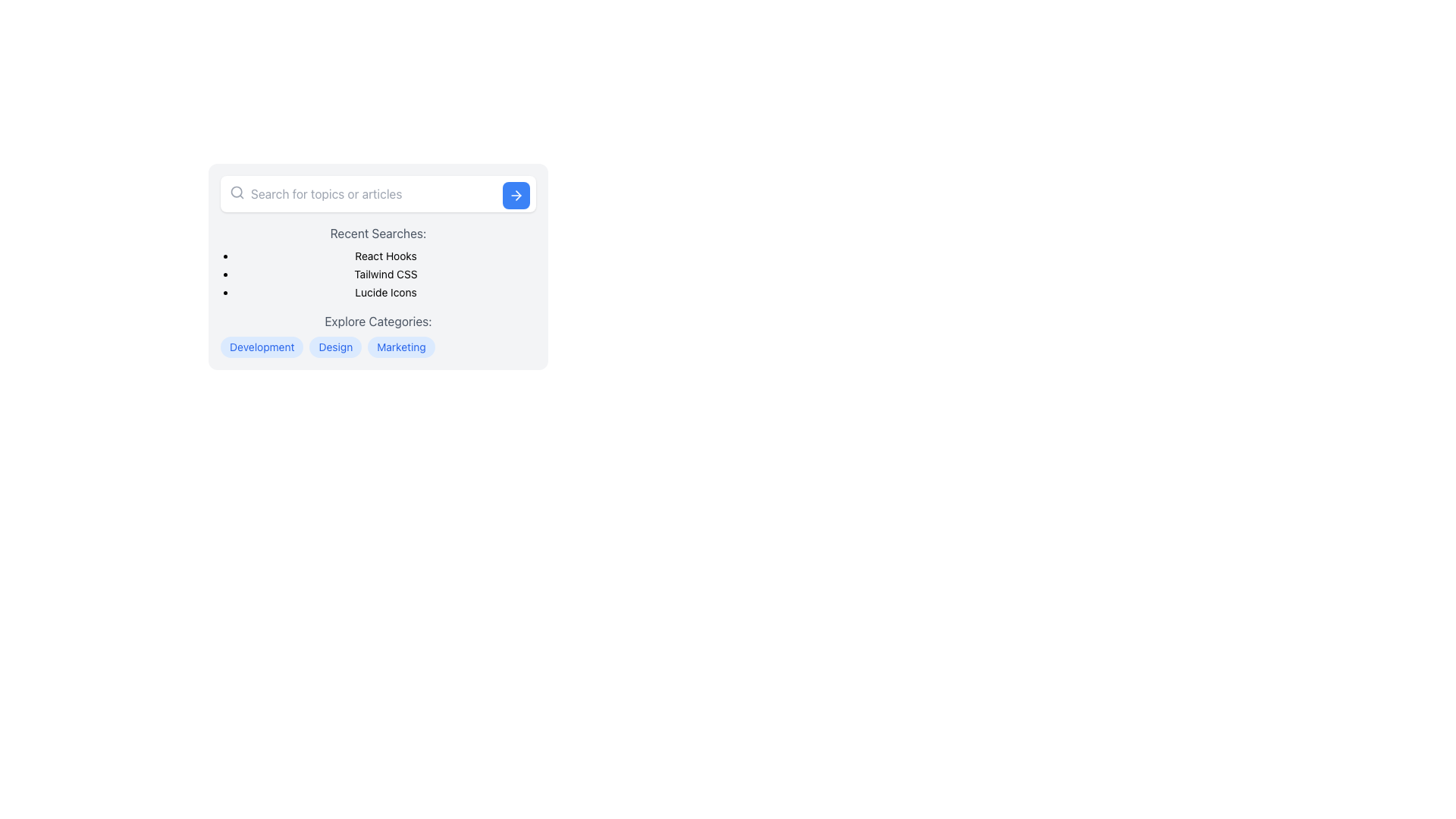 The image size is (1456, 819). Describe the element at coordinates (378, 321) in the screenshot. I see `the text label reading 'Explore Categories:' which is styled with a gray font and positioned in the lower half of the panel above the category tags` at that location.